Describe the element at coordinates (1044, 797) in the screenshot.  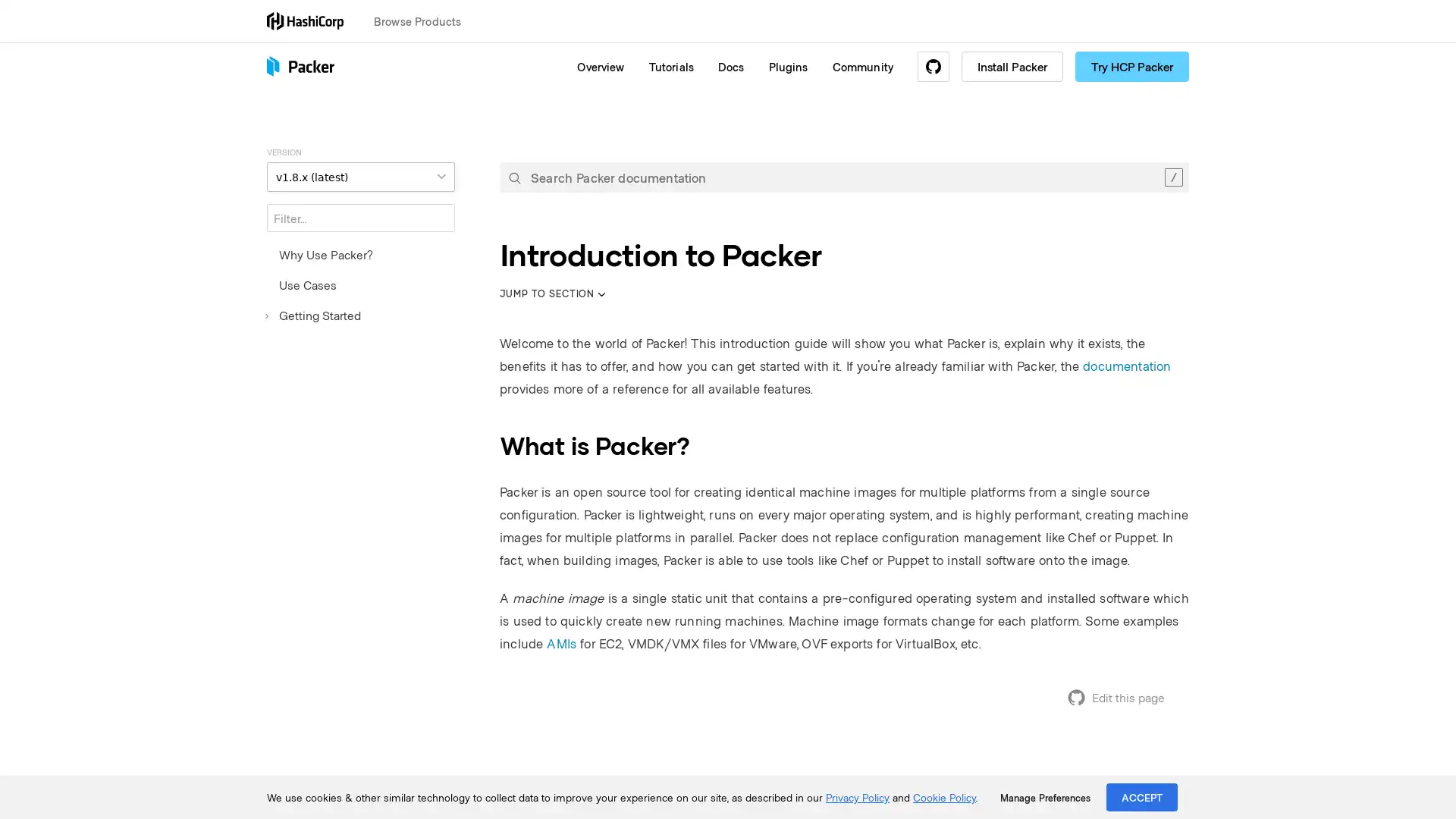
I see `Manage Preferences` at that location.